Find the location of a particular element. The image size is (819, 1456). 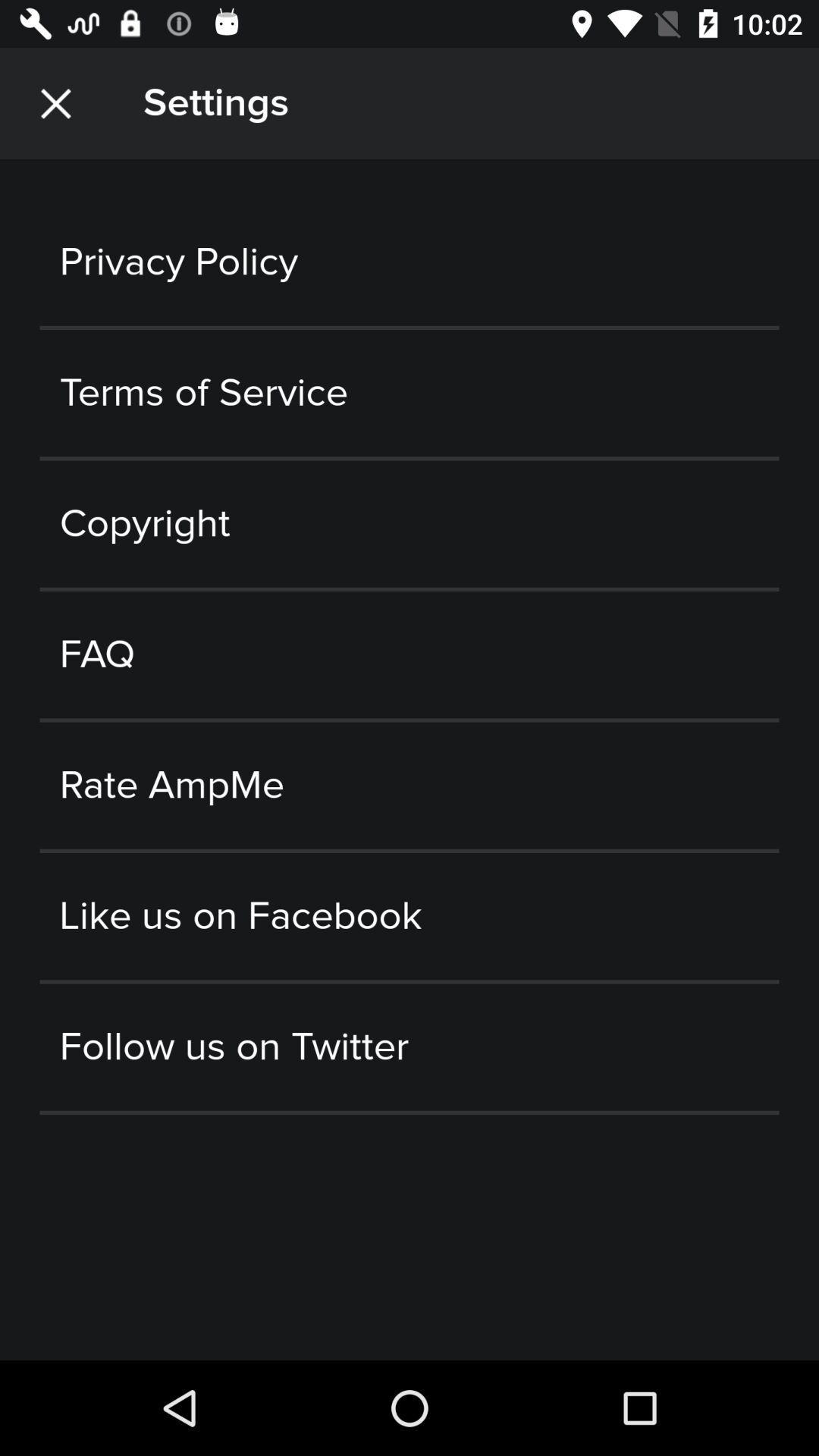

rate ampme item is located at coordinates (409, 786).